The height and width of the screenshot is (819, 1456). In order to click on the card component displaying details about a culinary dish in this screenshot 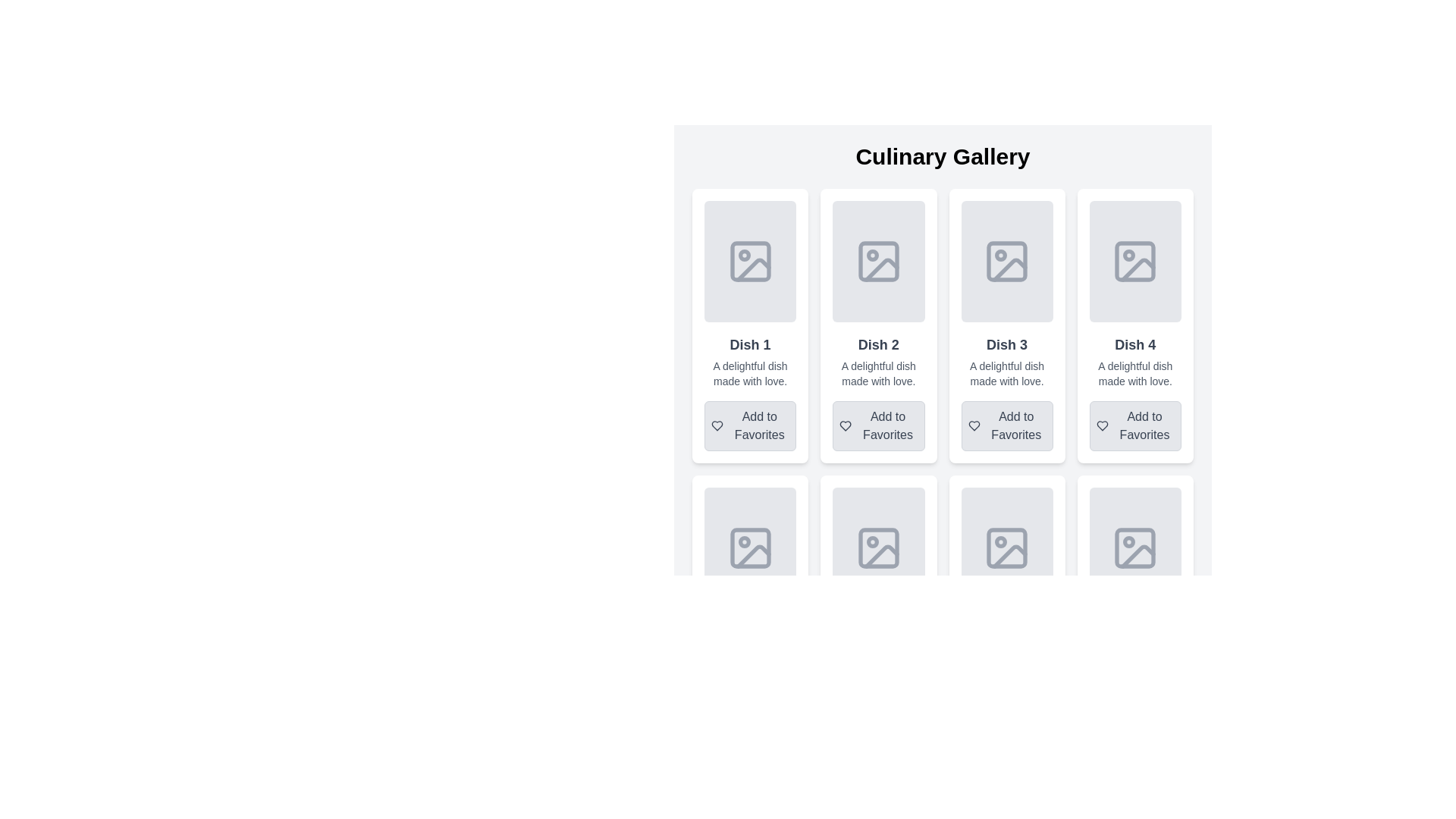, I will do `click(1007, 611)`.